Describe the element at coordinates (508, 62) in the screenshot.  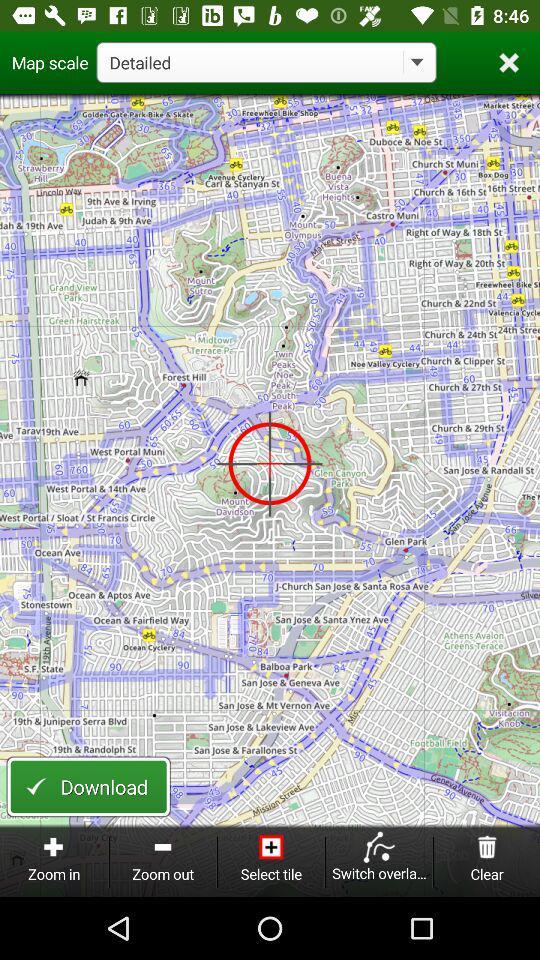
I see `the close icon` at that location.